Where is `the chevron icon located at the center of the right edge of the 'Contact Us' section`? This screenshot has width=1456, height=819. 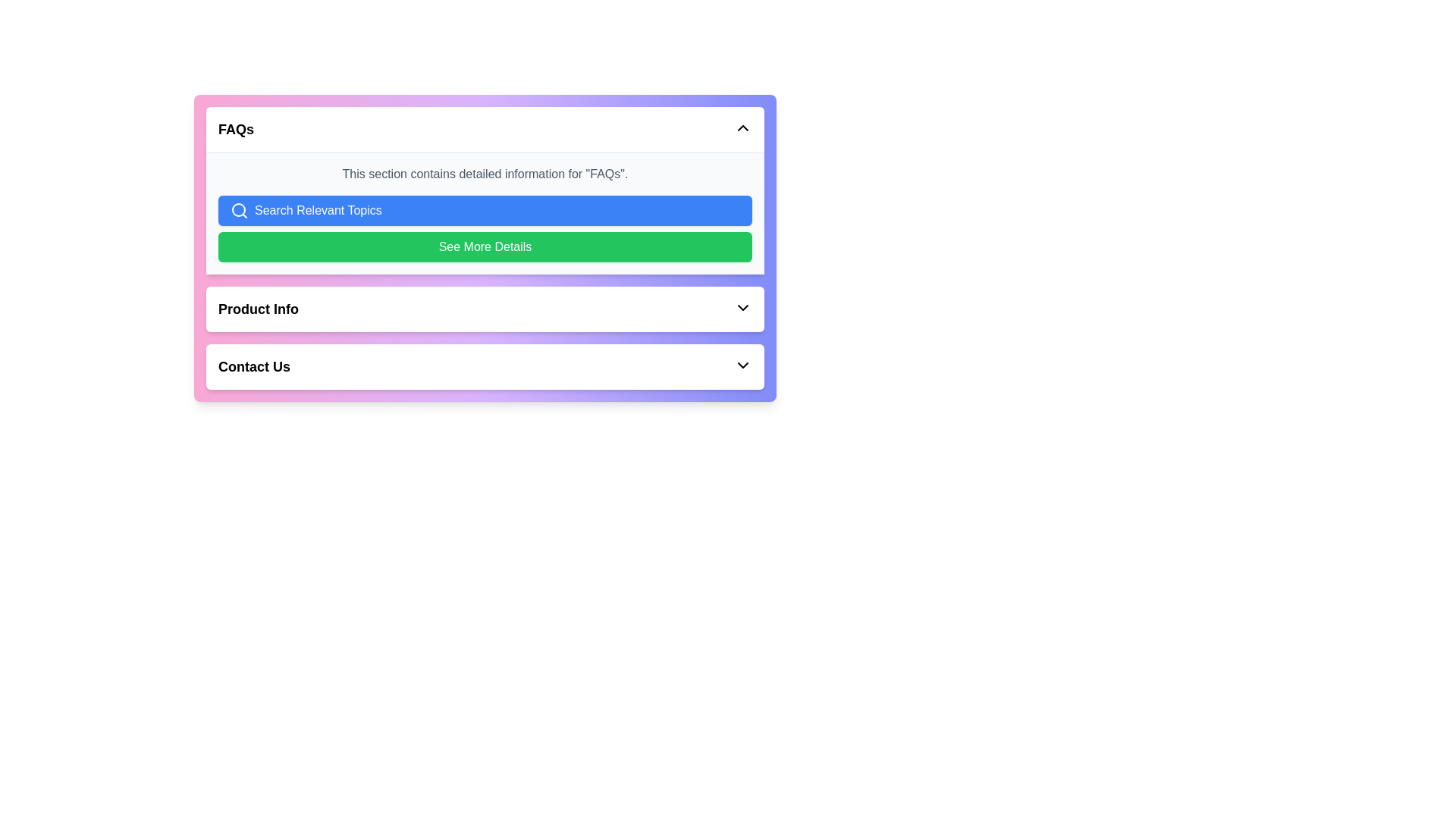
the chevron icon located at the center of the right edge of the 'Contact Us' section is located at coordinates (742, 366).